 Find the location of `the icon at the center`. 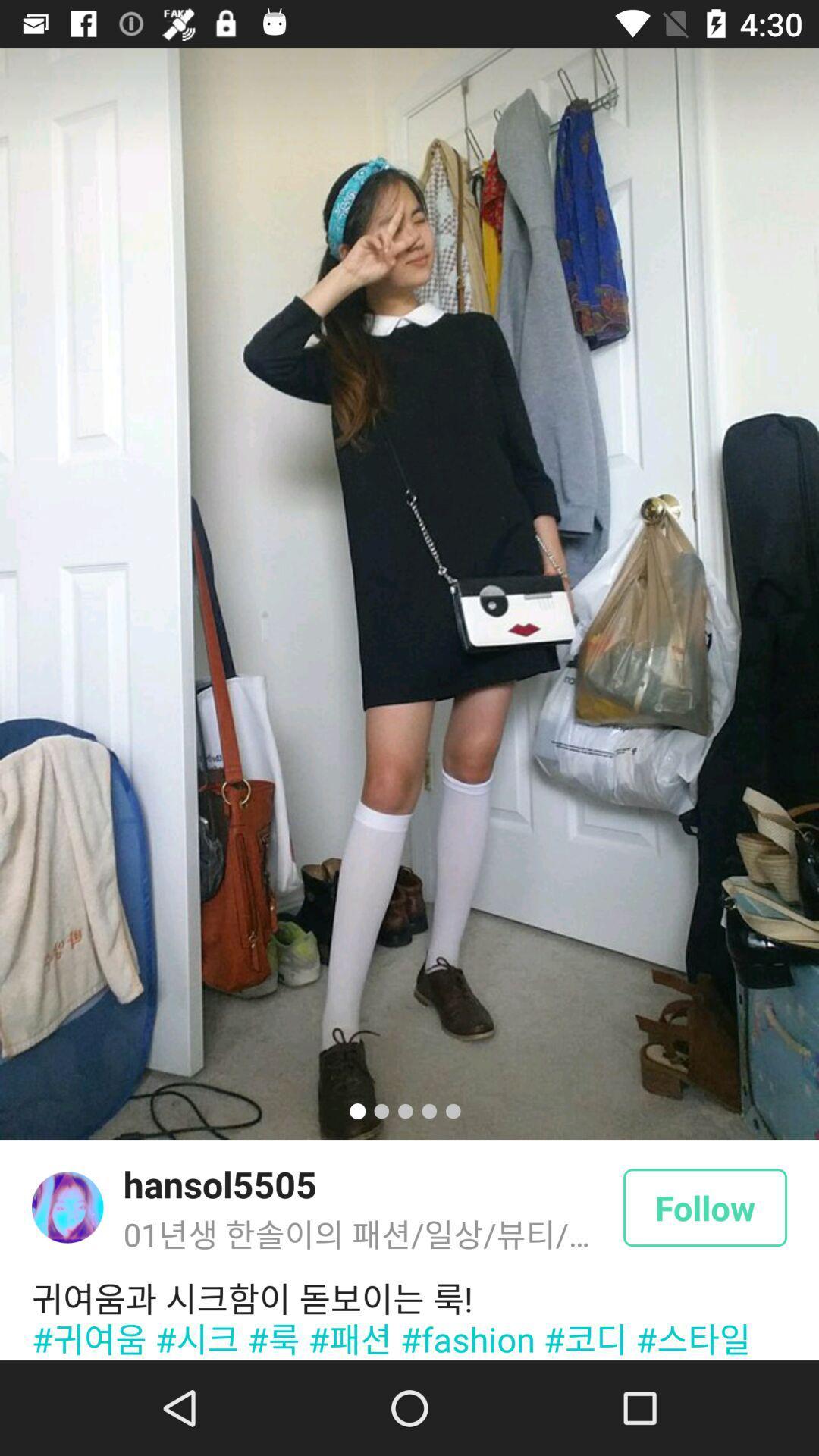

the icon at the center is located at coordinates (409, 592).